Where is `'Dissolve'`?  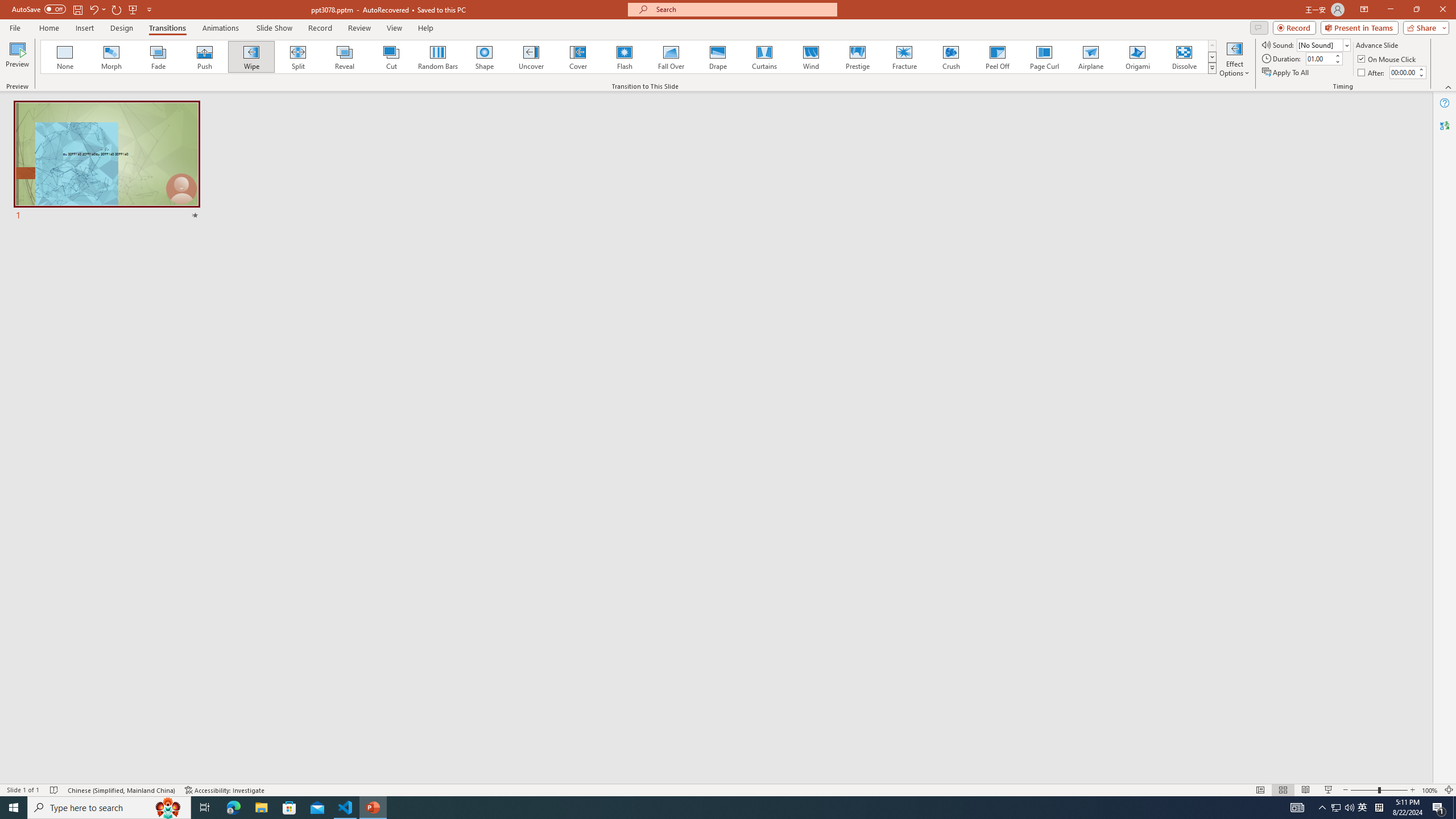
'Dissolve' is located at coordinates (1183, 56).